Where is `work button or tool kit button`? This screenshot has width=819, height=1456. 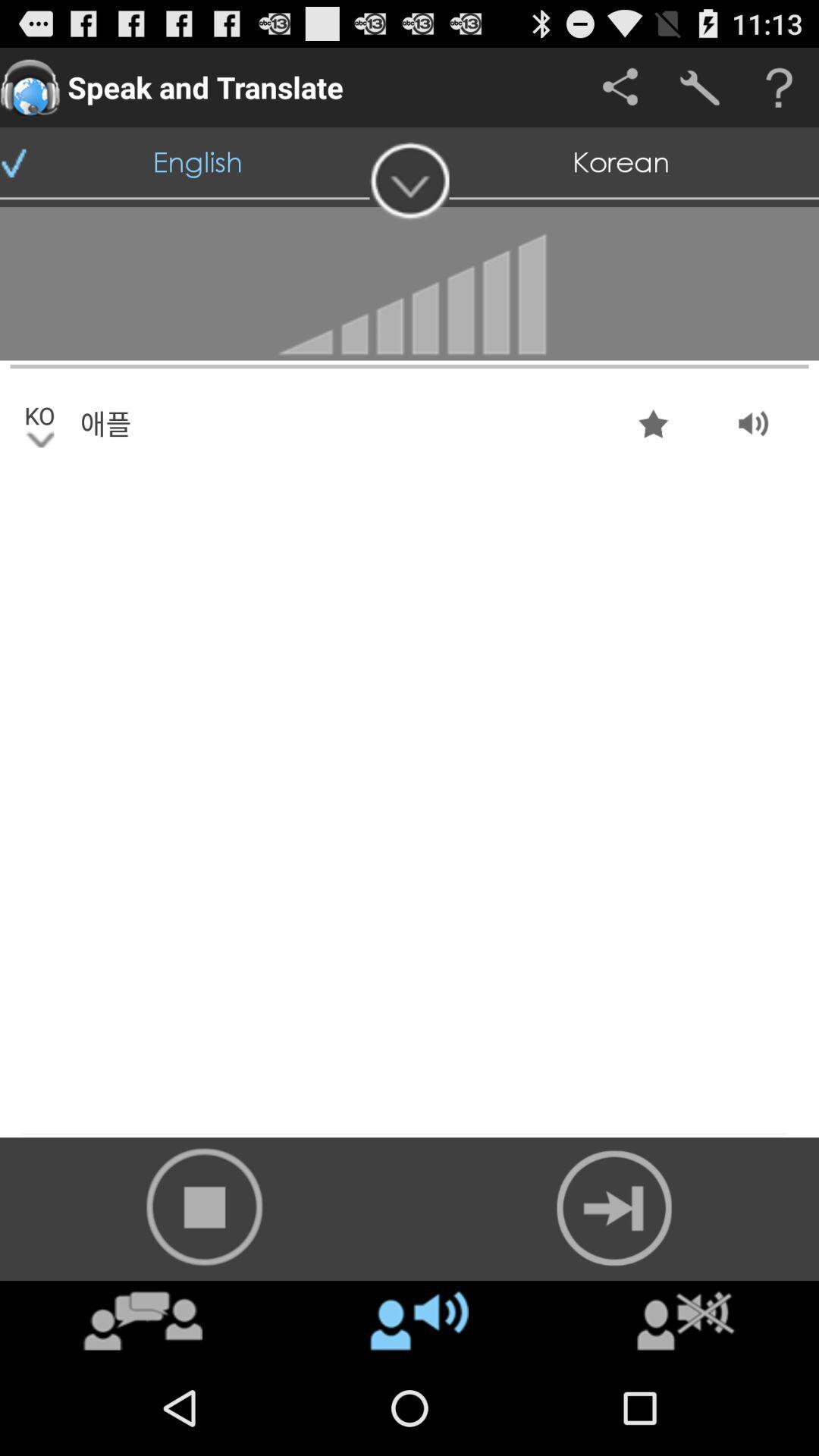 work button or tool kit button is located at coordinates (699, 86).